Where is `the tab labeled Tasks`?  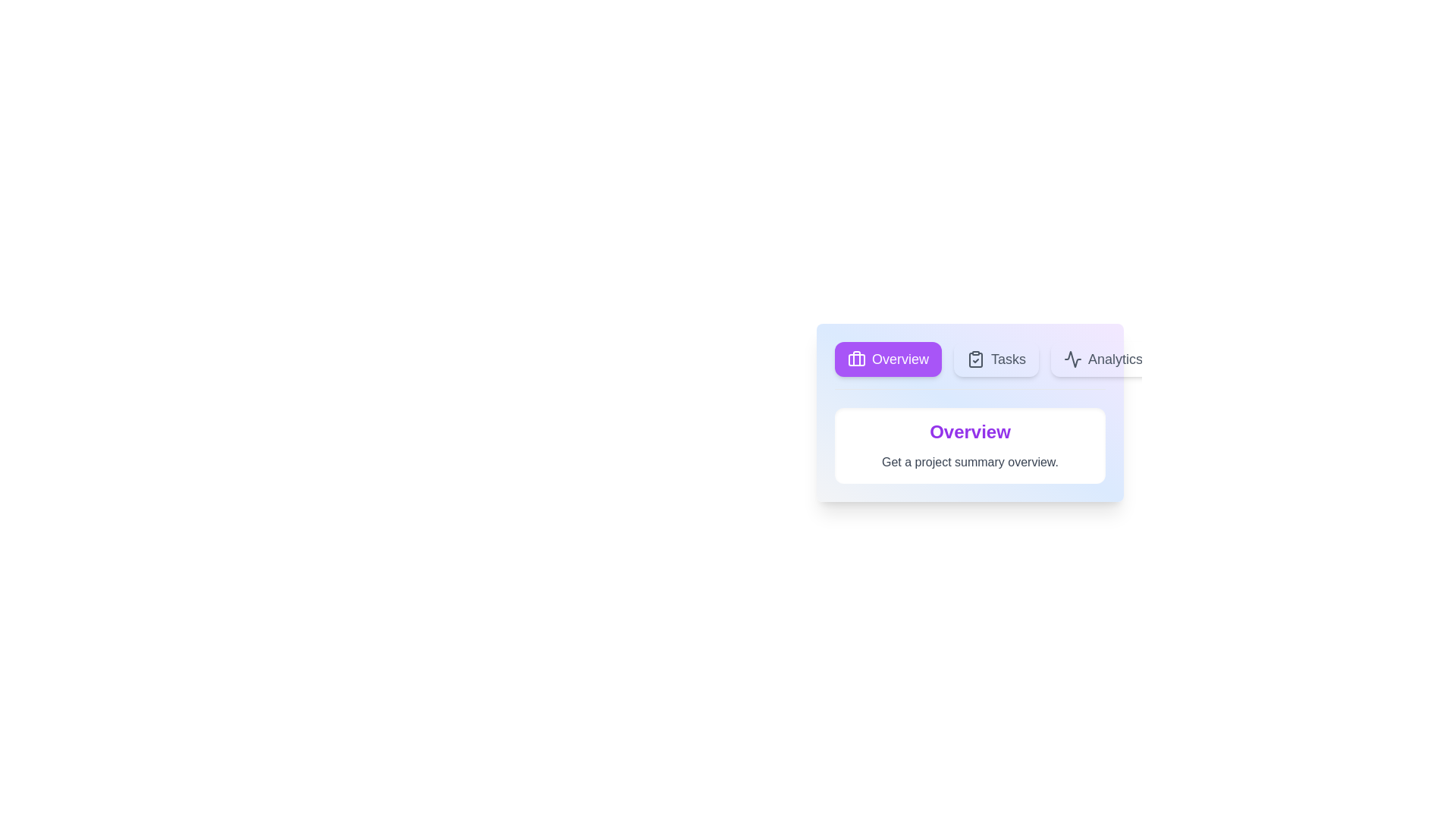
the tab labeled Tasks is located at coordinates (996, 359).